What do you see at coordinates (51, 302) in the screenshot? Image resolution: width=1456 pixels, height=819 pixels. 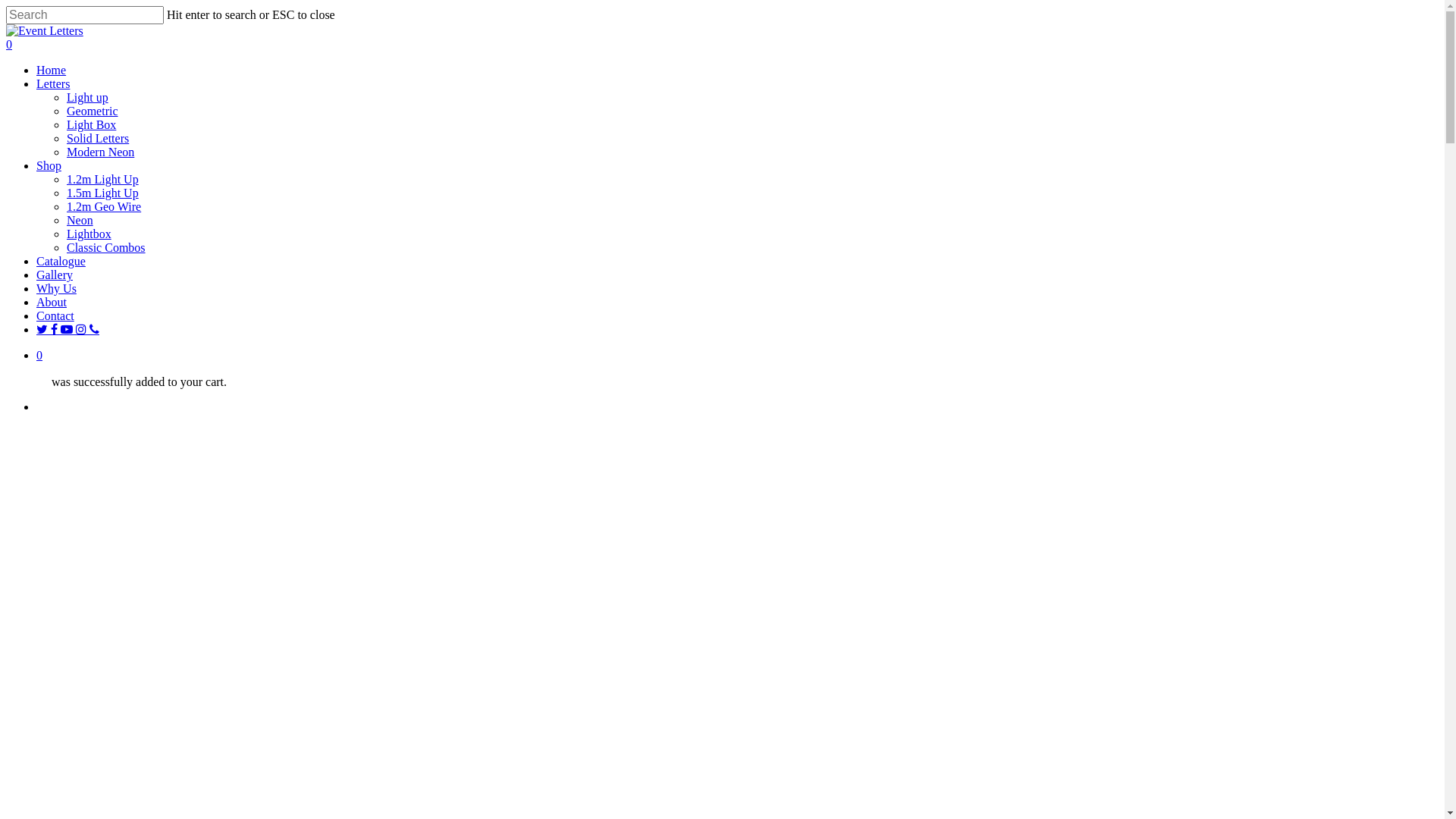 I see `'About'` at bounding box center [51, 302].